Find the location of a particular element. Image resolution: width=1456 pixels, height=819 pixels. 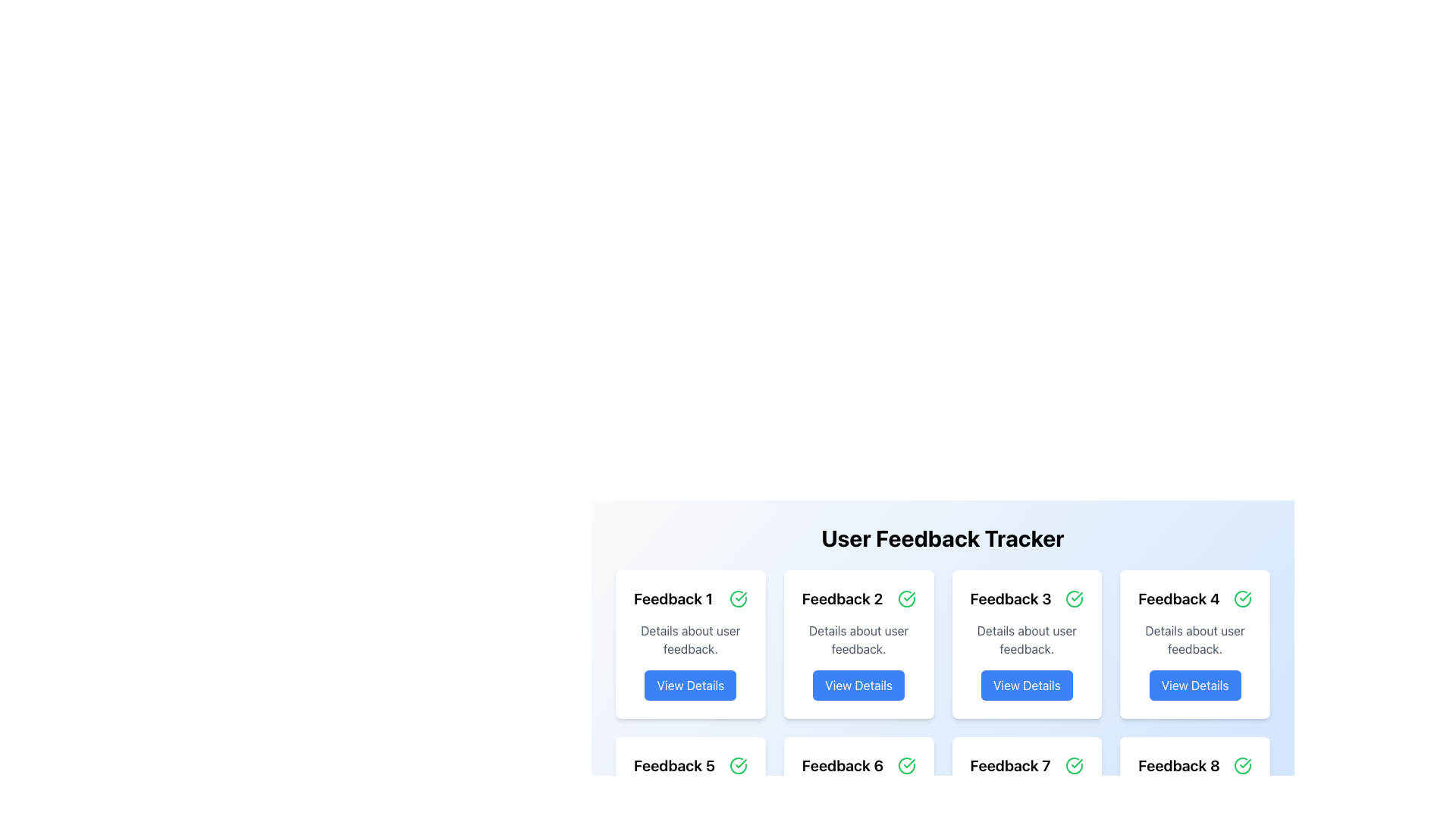

the checkmark icon in the top-right corner of the 'Feedback 4' card, confirming an action or status is located at coordinates (1245, 595).